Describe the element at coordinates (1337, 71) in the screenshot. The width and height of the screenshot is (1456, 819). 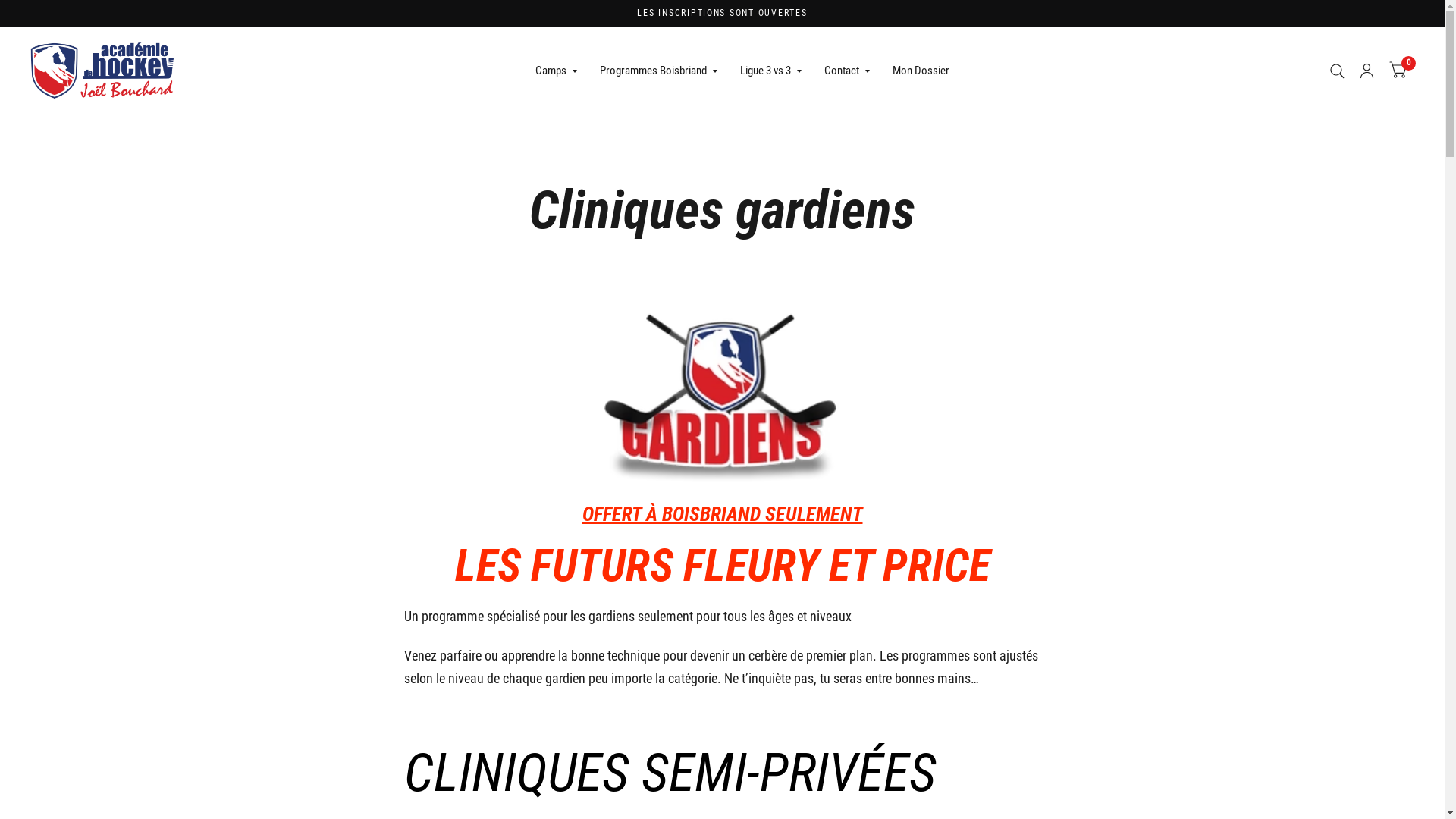
I see `'Recherche'` at that location.